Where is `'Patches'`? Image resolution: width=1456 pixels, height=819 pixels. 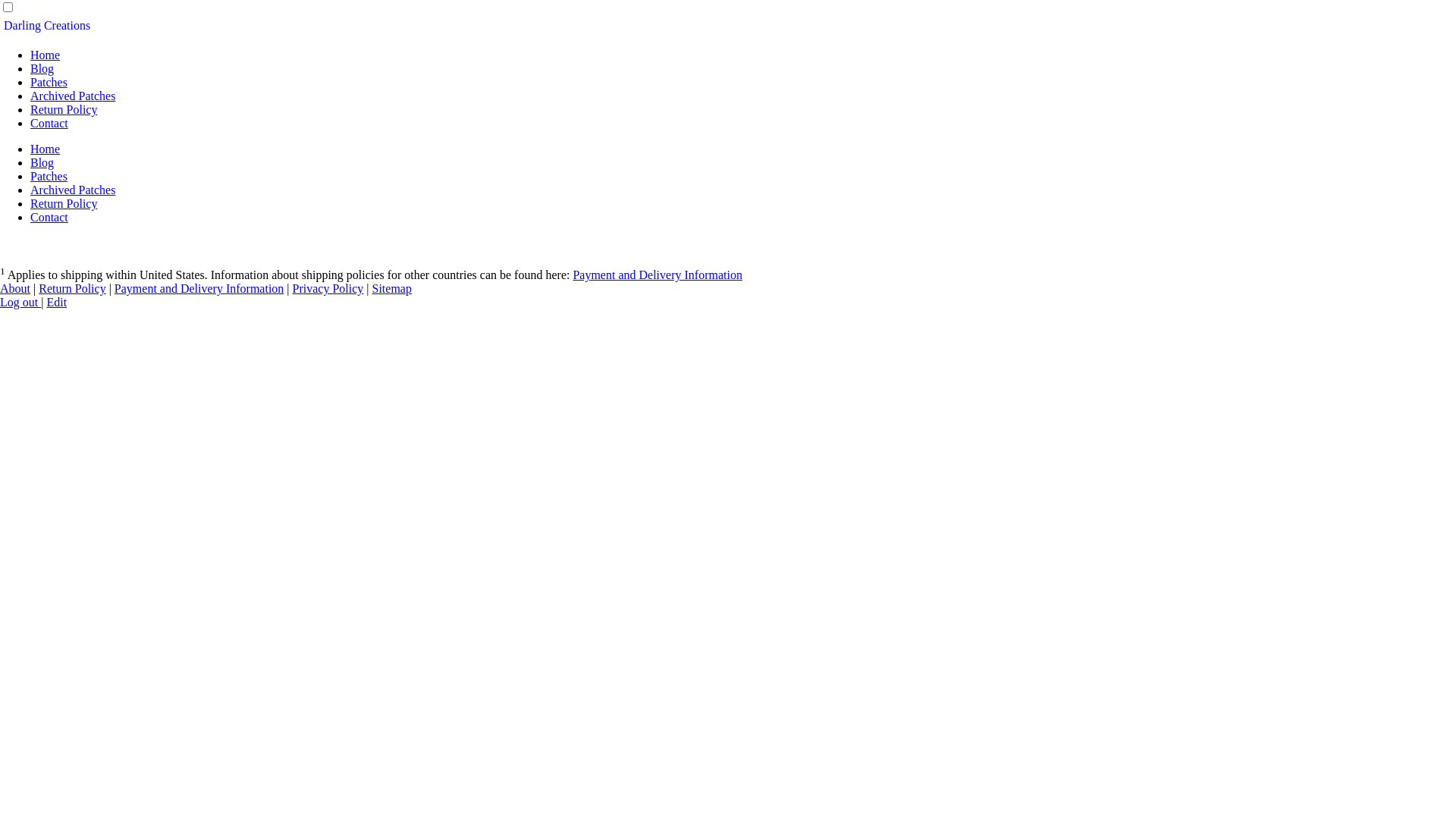
'Patches' is located at coordinates (49, 175).